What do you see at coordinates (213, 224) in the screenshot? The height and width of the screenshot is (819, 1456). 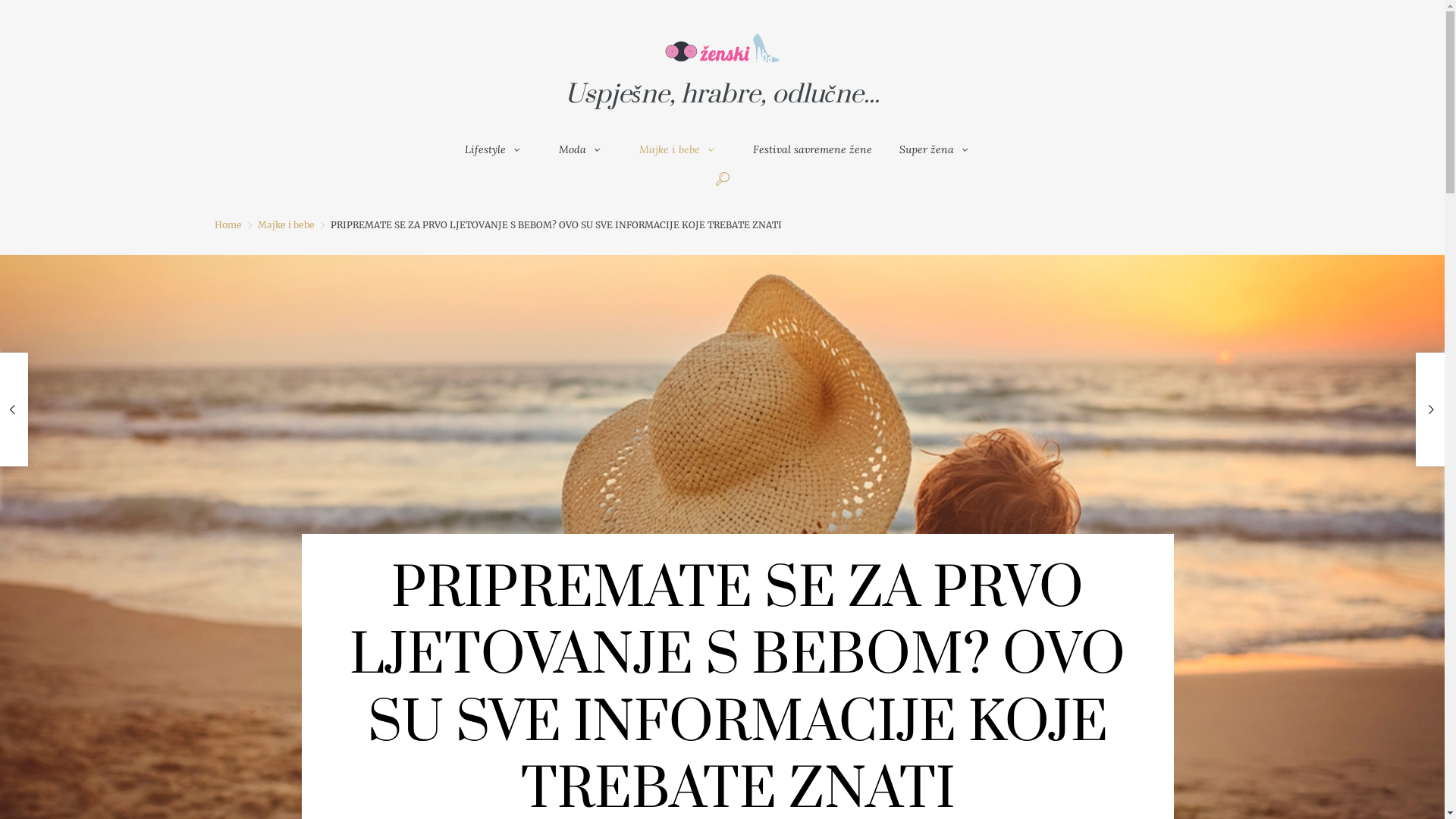 I see `'Home'` at bounding box center [213, 224].